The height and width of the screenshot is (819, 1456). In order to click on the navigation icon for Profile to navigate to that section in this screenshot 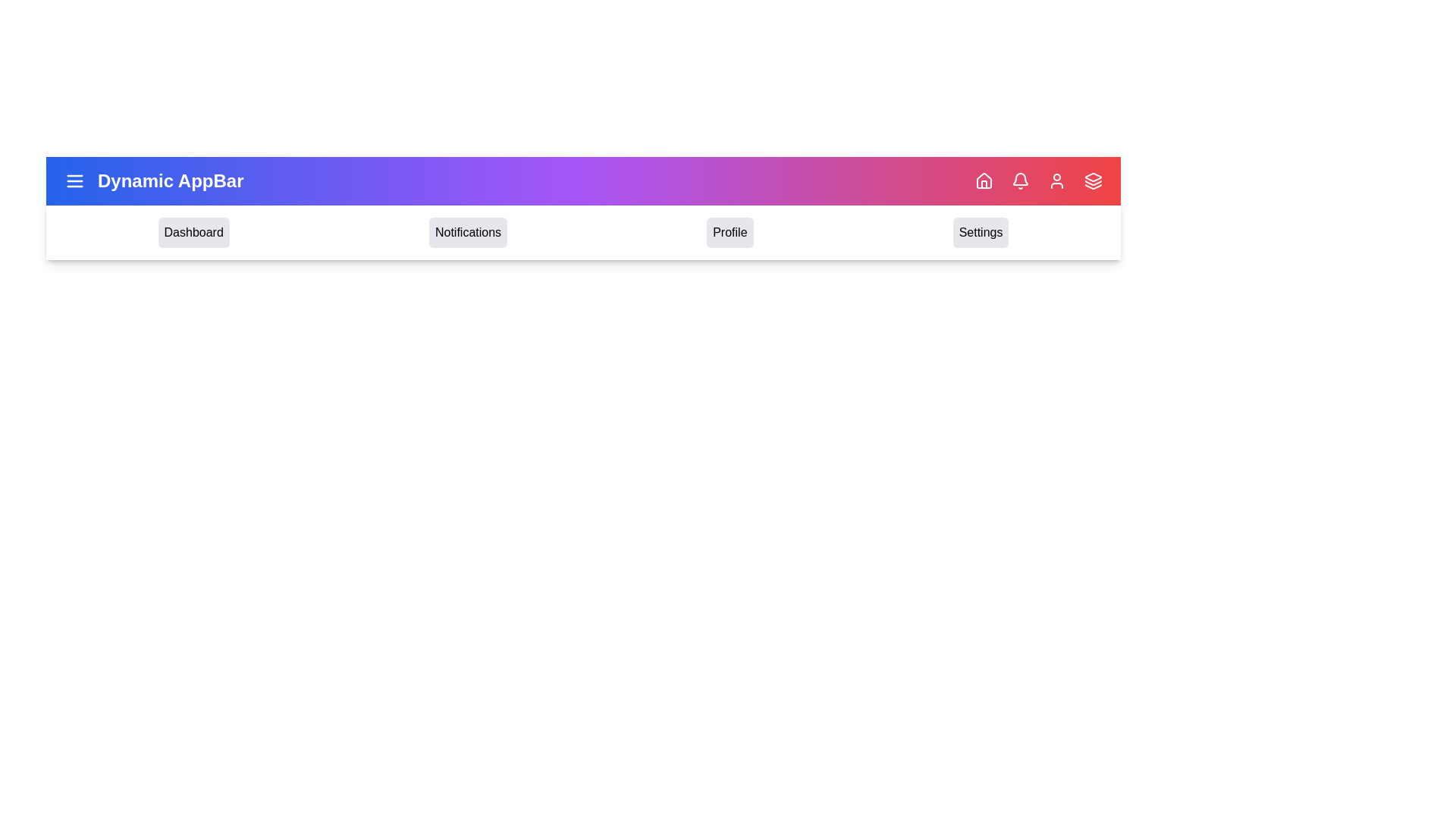, I will do `click(730, 233)`.